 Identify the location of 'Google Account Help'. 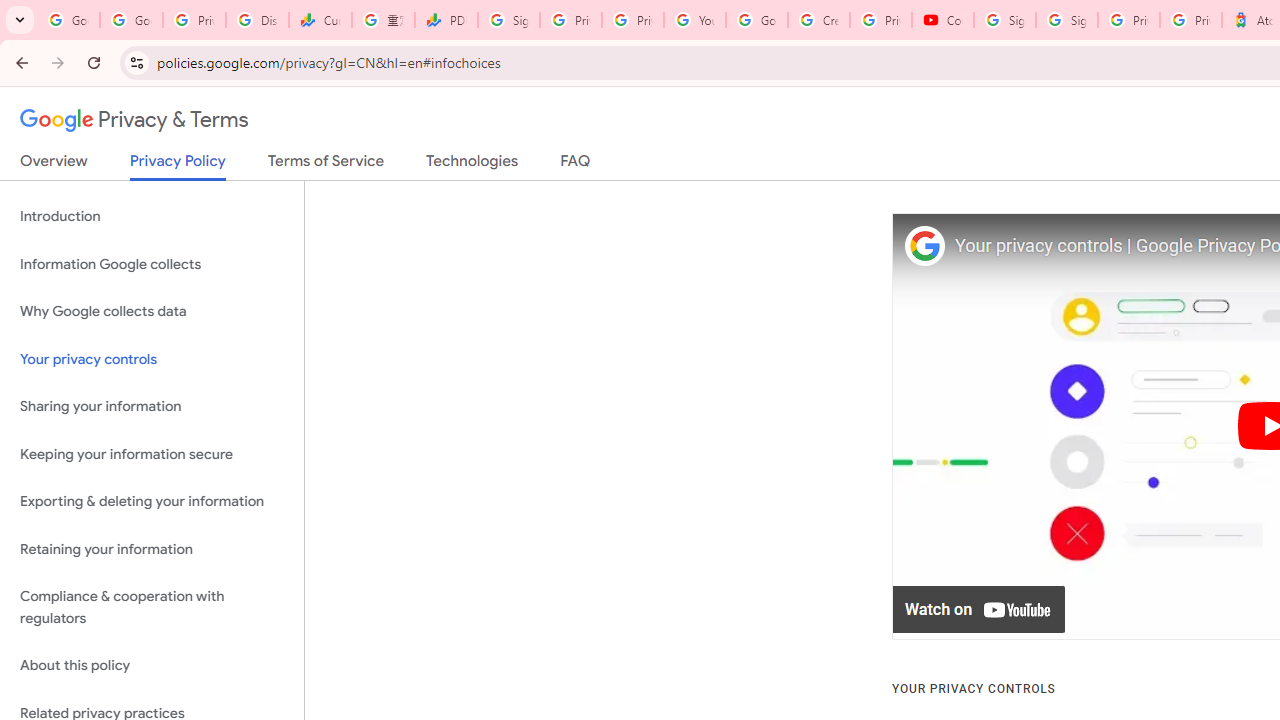
(756, 20).